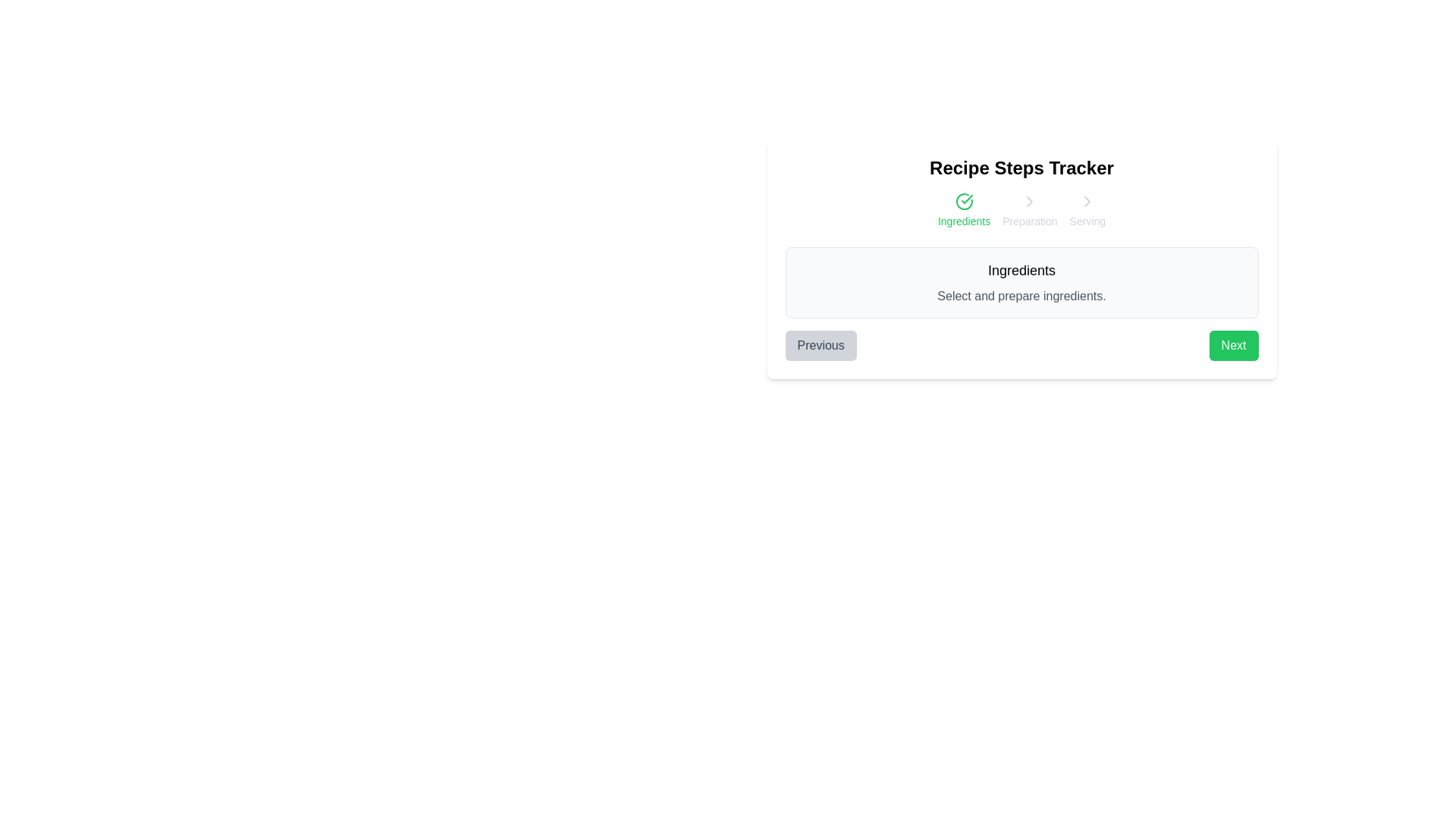 The height and width of the screenshot is (819, 1456). Describe the element at coordinates (963, 201) in the screenshot. I see `the circular checkmark icon with a green stroke above the text 'Ingredients'` at that location.